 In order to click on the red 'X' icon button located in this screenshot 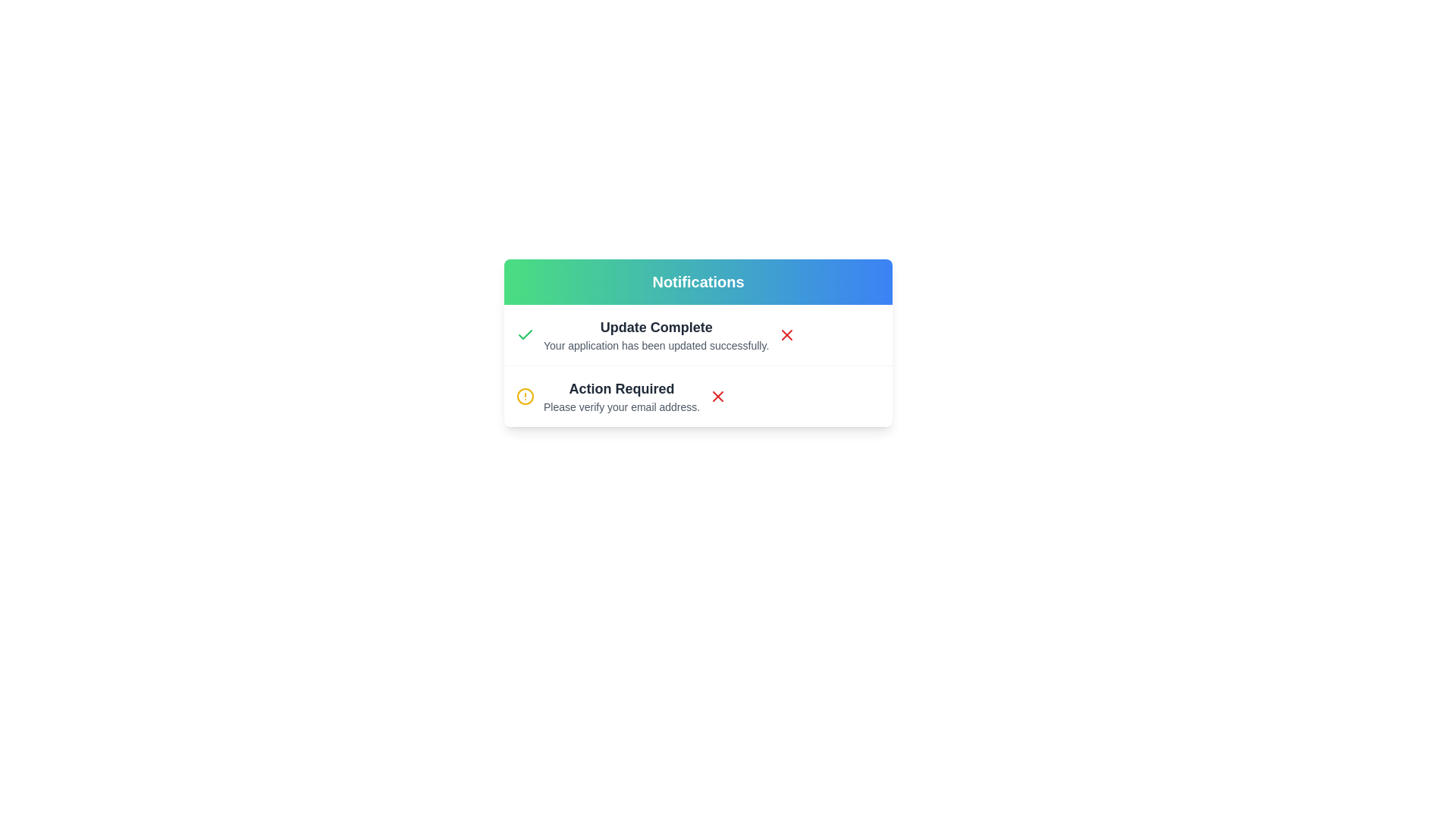, I will do `click(717, 396)`.